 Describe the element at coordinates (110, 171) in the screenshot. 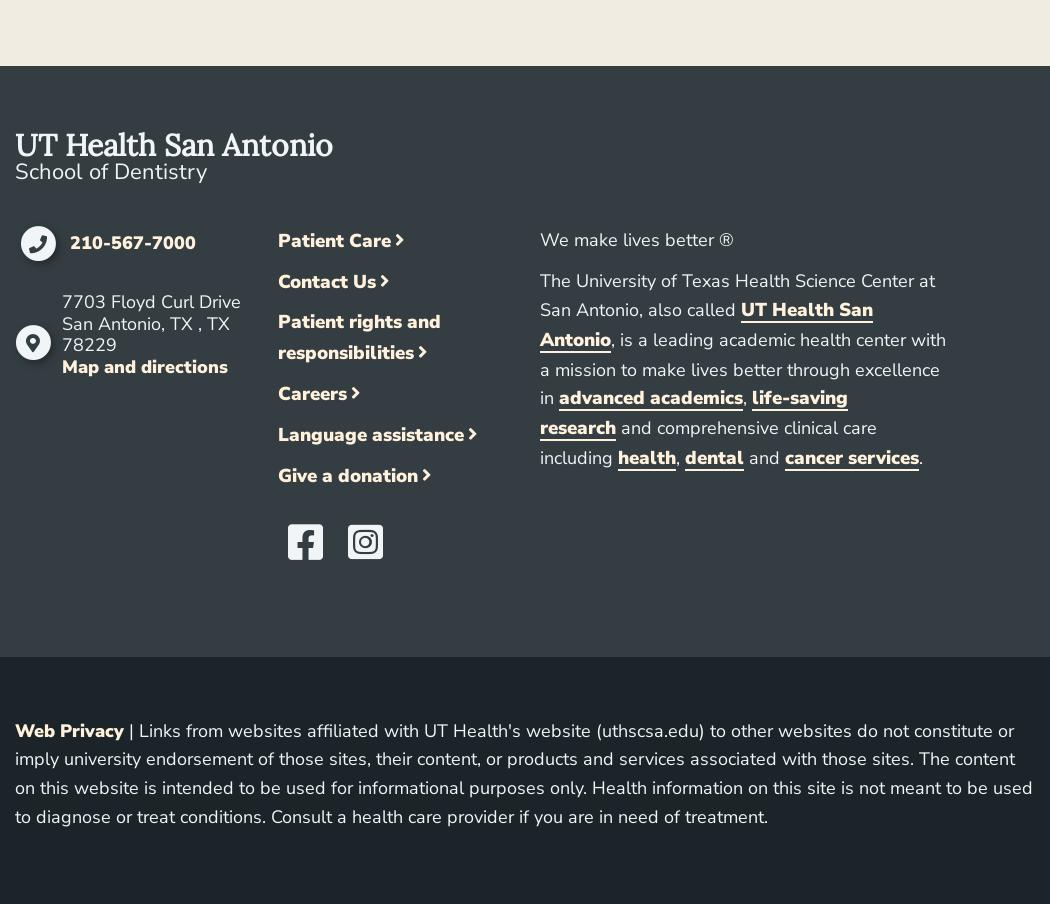

I see `'School of Dentistry'` at that location.